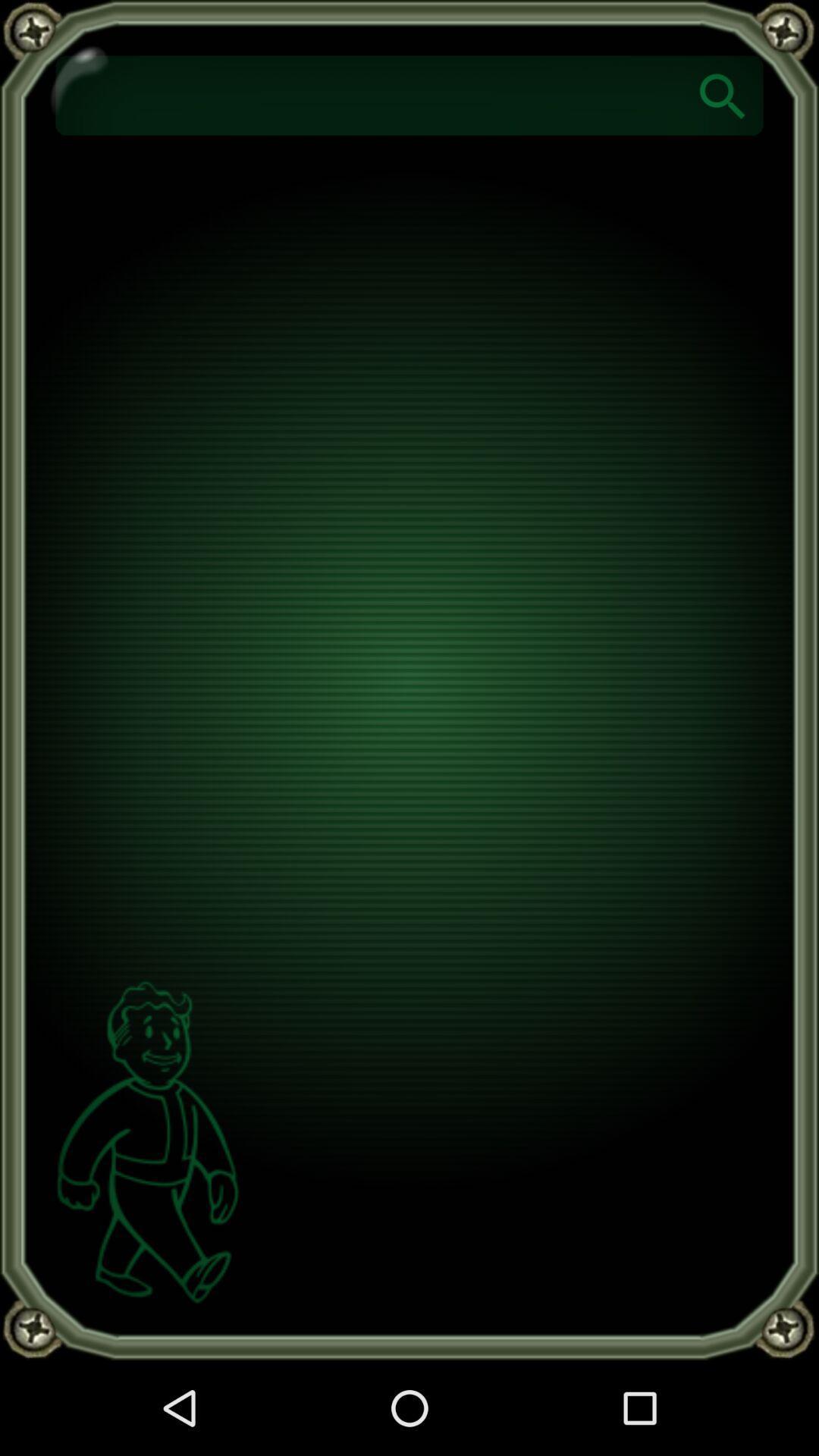 The height and width of the screenshot is (1456, 819). Describe the element at coordinates (722, 94) in the screenshot. I see `search` at that location.